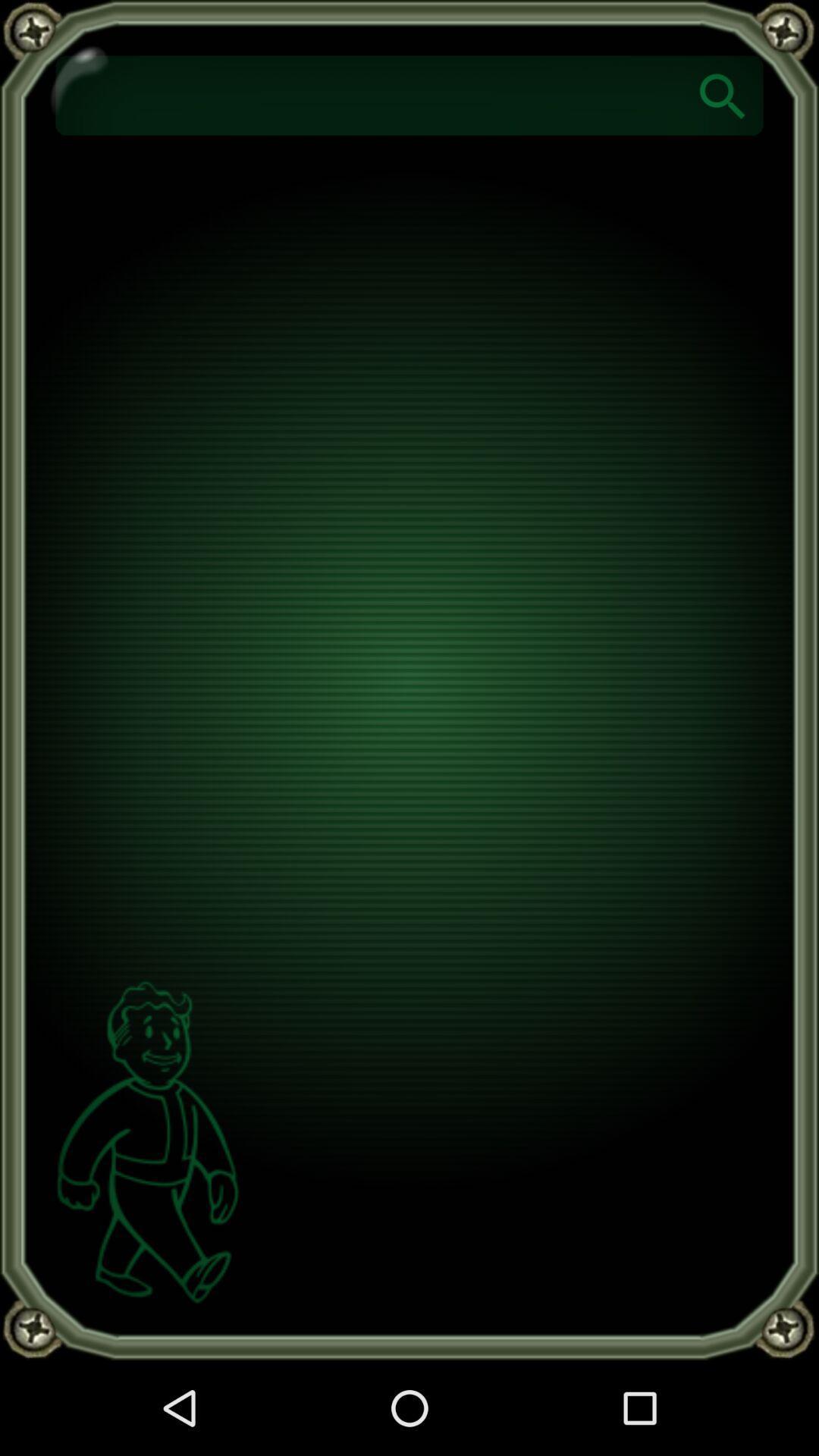 The height and width of the screenshot is (1456, 819). Describe the element at coordinates (722, 94) in the screenshot. I see `search` at that location.